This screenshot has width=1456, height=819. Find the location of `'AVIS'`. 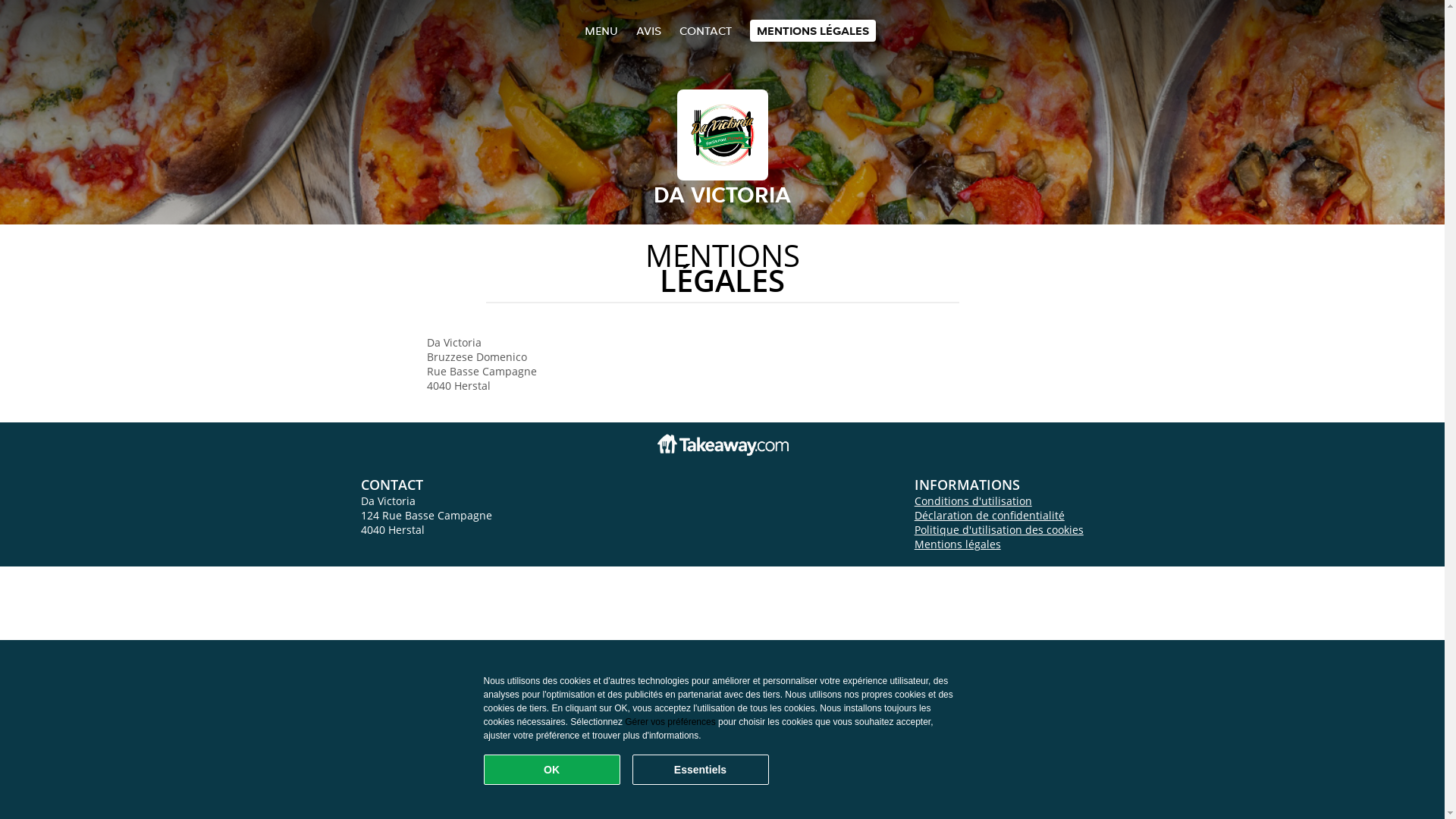

'AVIS' is located at coordinates (635, 30).